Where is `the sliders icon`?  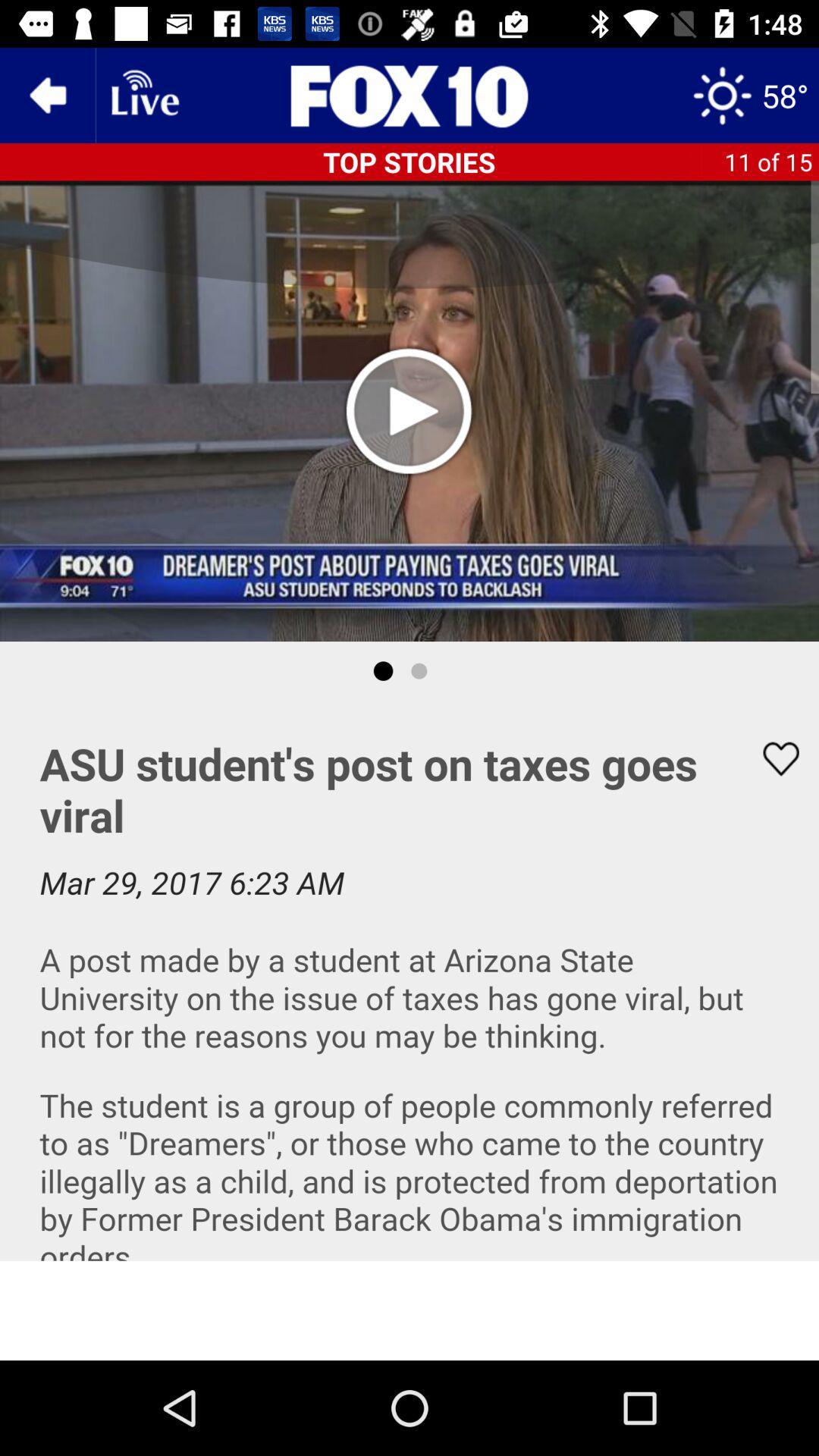 the sliders icon is located at coordinates (409, 94).